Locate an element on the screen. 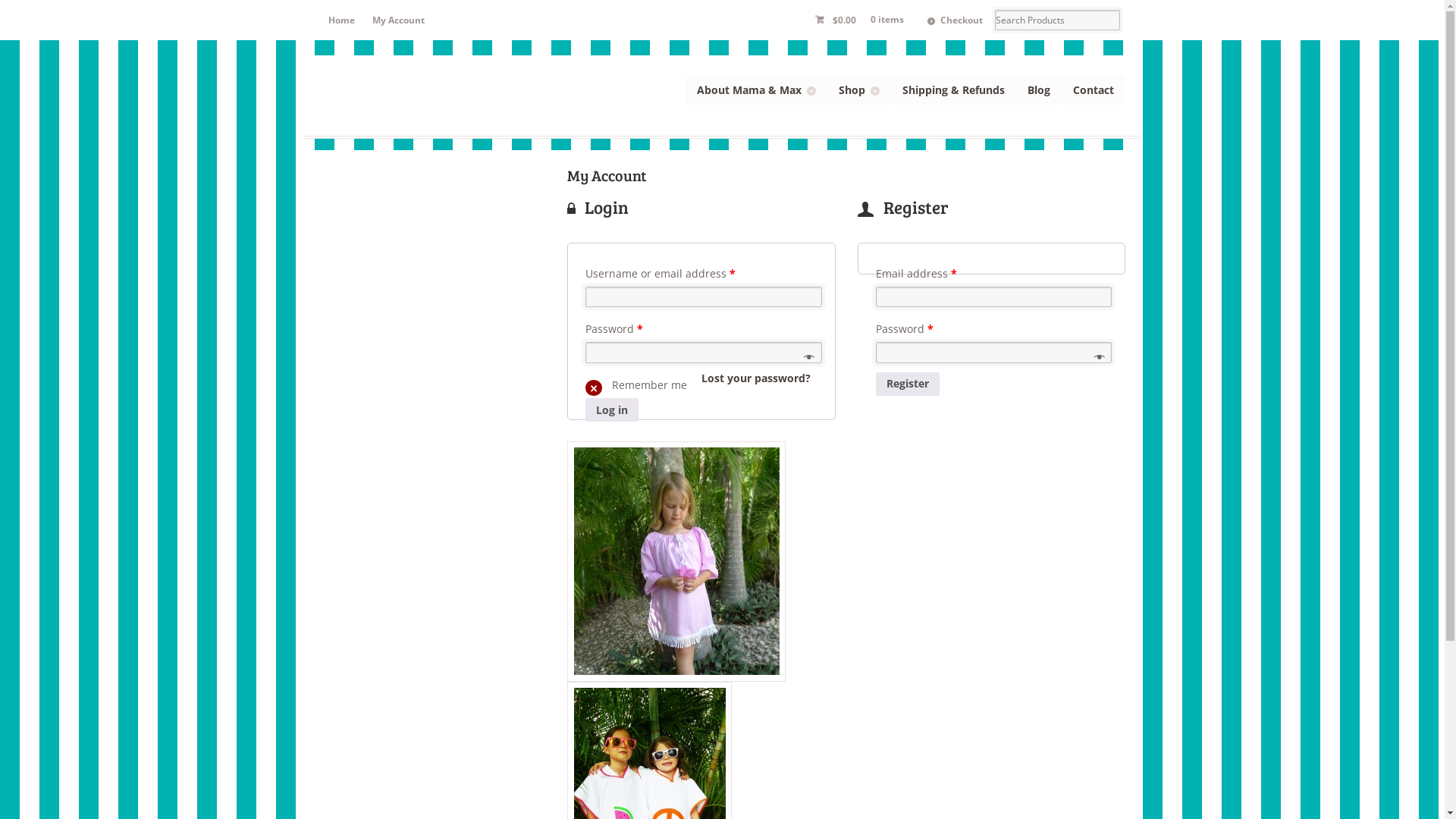 This screenshot has width=1456, height=819. '$0.000 items' is located at coordinates (805, 20).